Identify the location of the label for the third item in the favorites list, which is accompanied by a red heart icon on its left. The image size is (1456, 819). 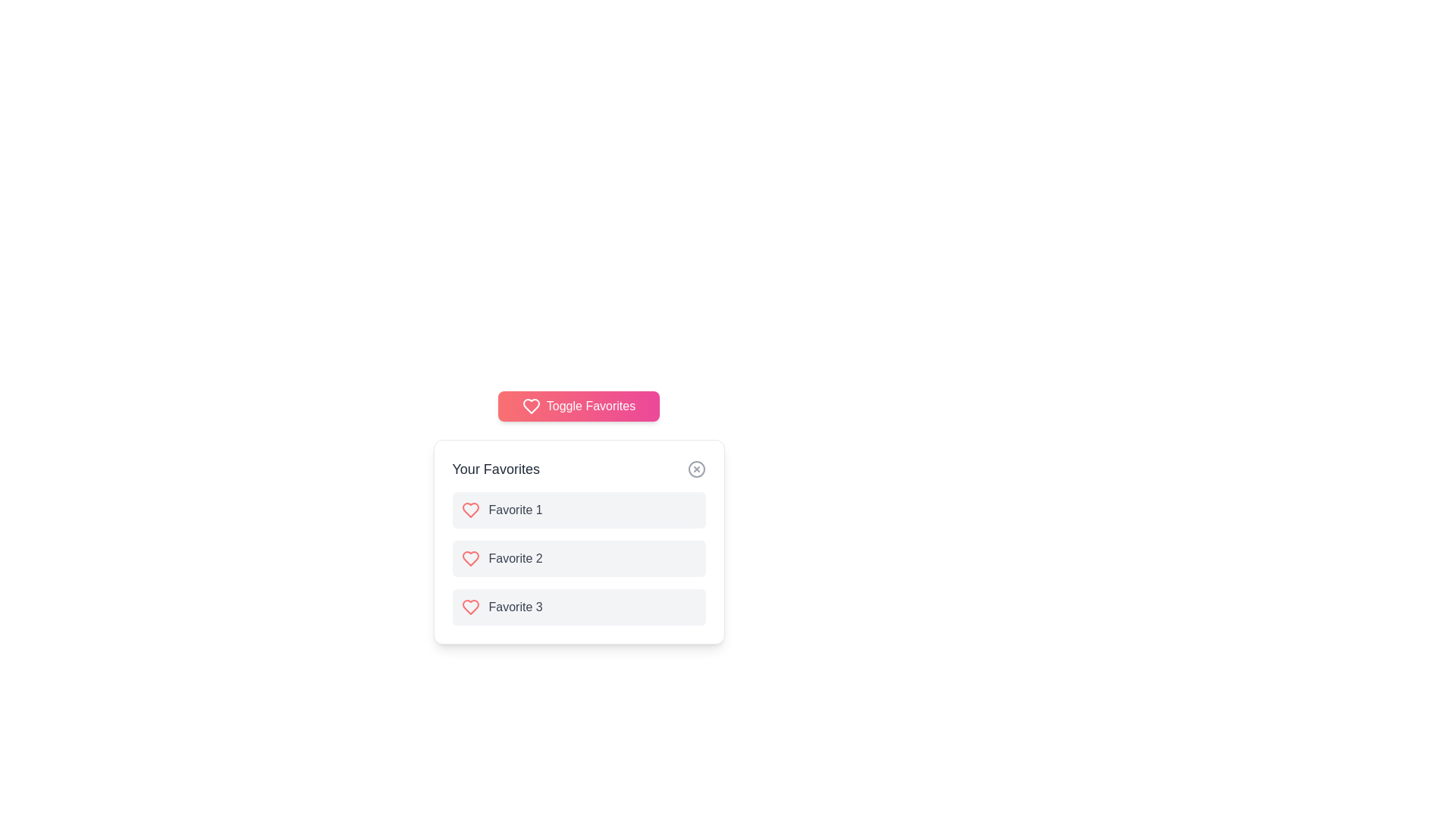
(516, 607).